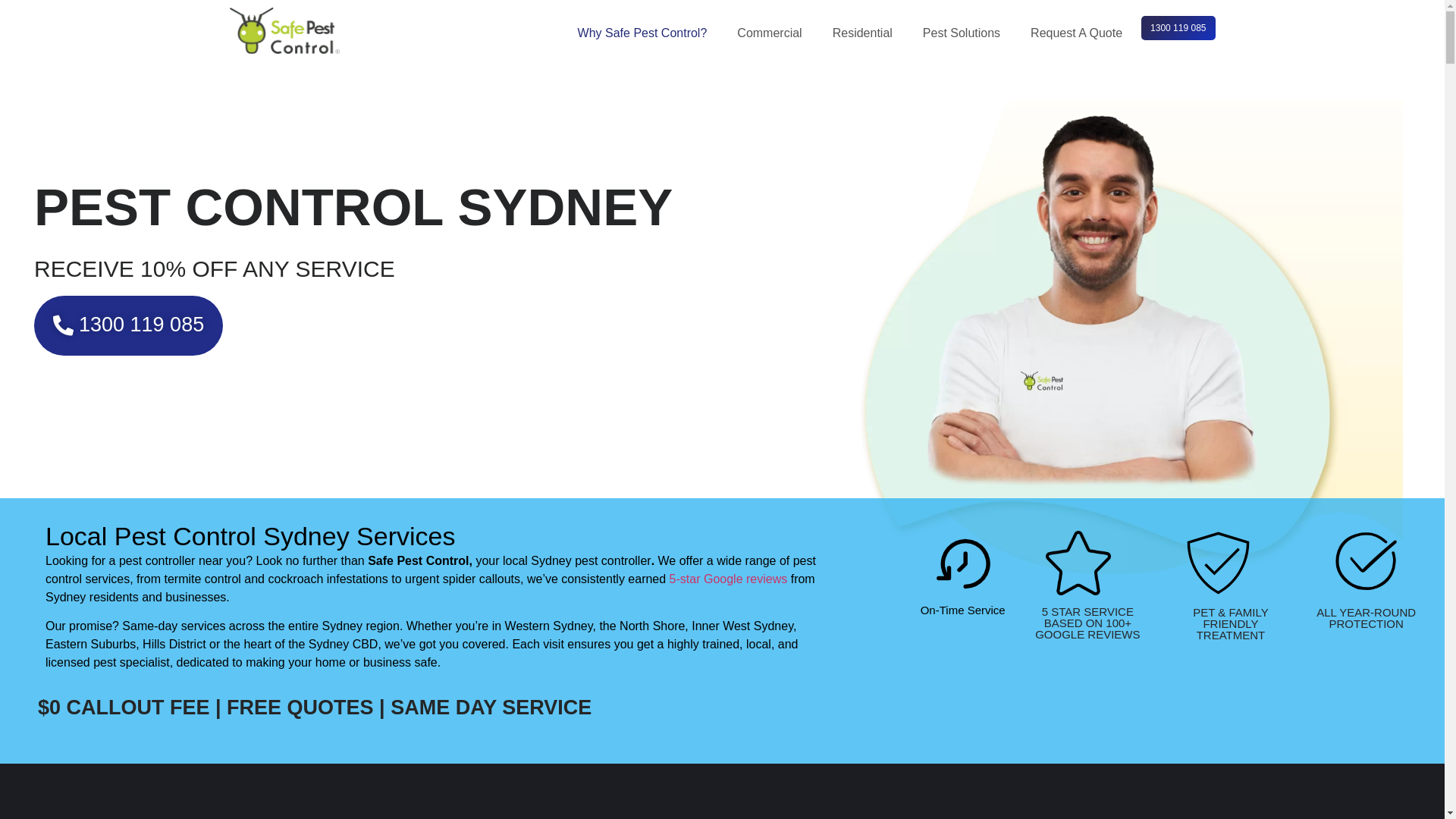 This screenshot has width=1456, height=819. Describe the element at coordinates (866, 33) in the screenshot. I see `'Residential'` at that location.